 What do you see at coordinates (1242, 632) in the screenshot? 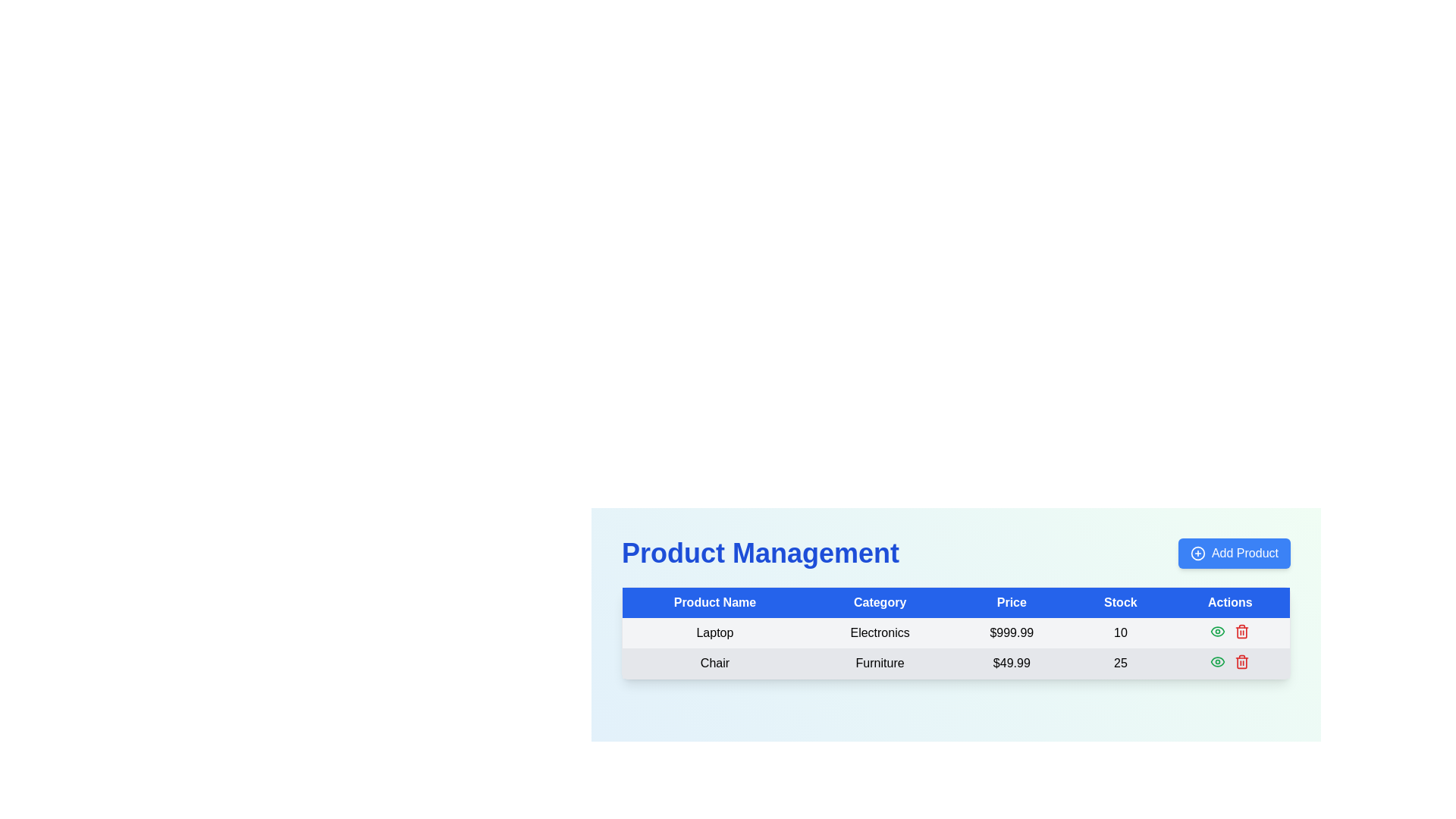
I see `the deletion icon button located in the last column of the first row under the 'Actions' column to observe tooltip information` at bounding box center [1242, 632].